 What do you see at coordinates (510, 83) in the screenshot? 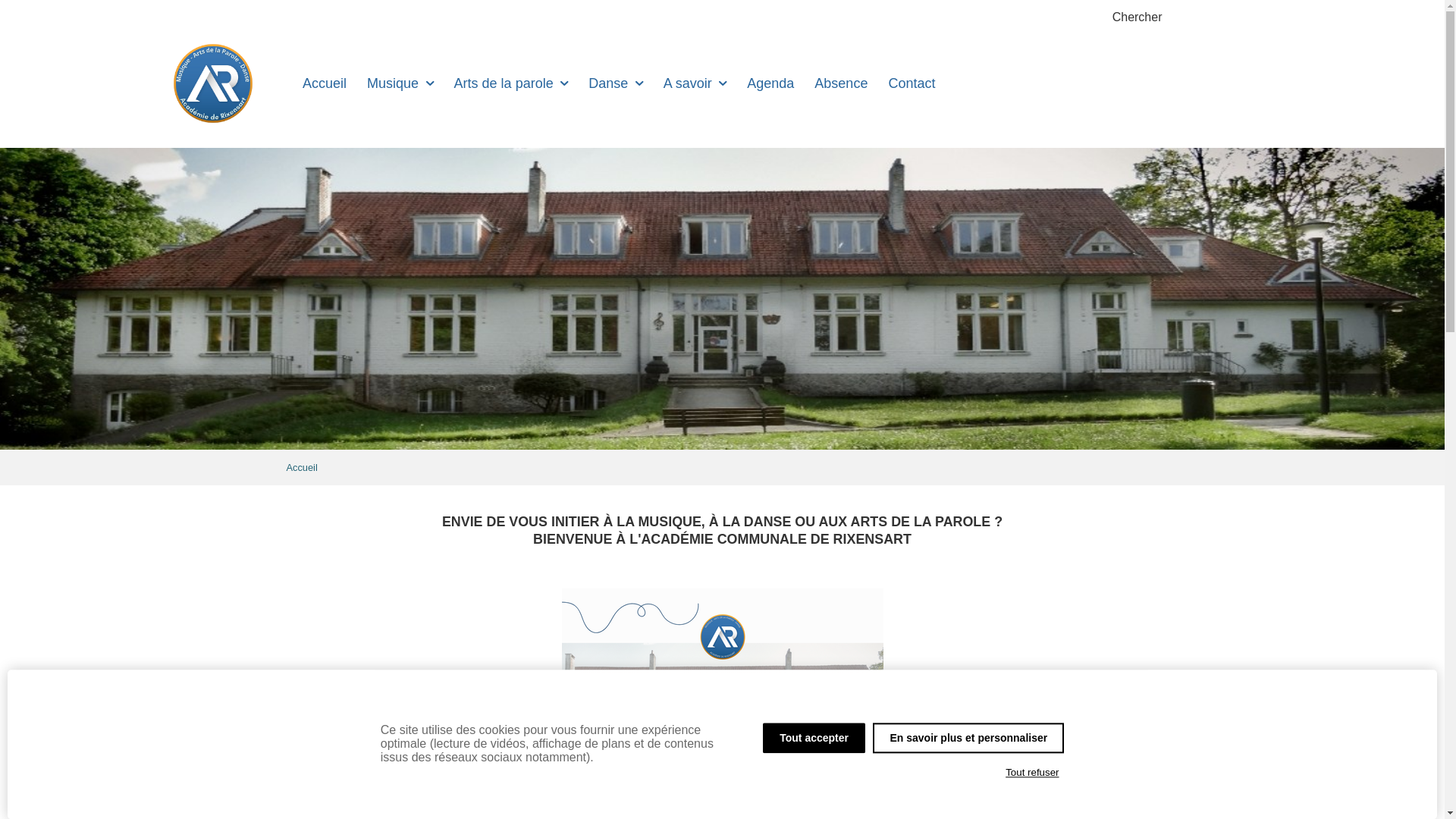
I see `'Arts de la parole'` at bounding box center [510, 83].